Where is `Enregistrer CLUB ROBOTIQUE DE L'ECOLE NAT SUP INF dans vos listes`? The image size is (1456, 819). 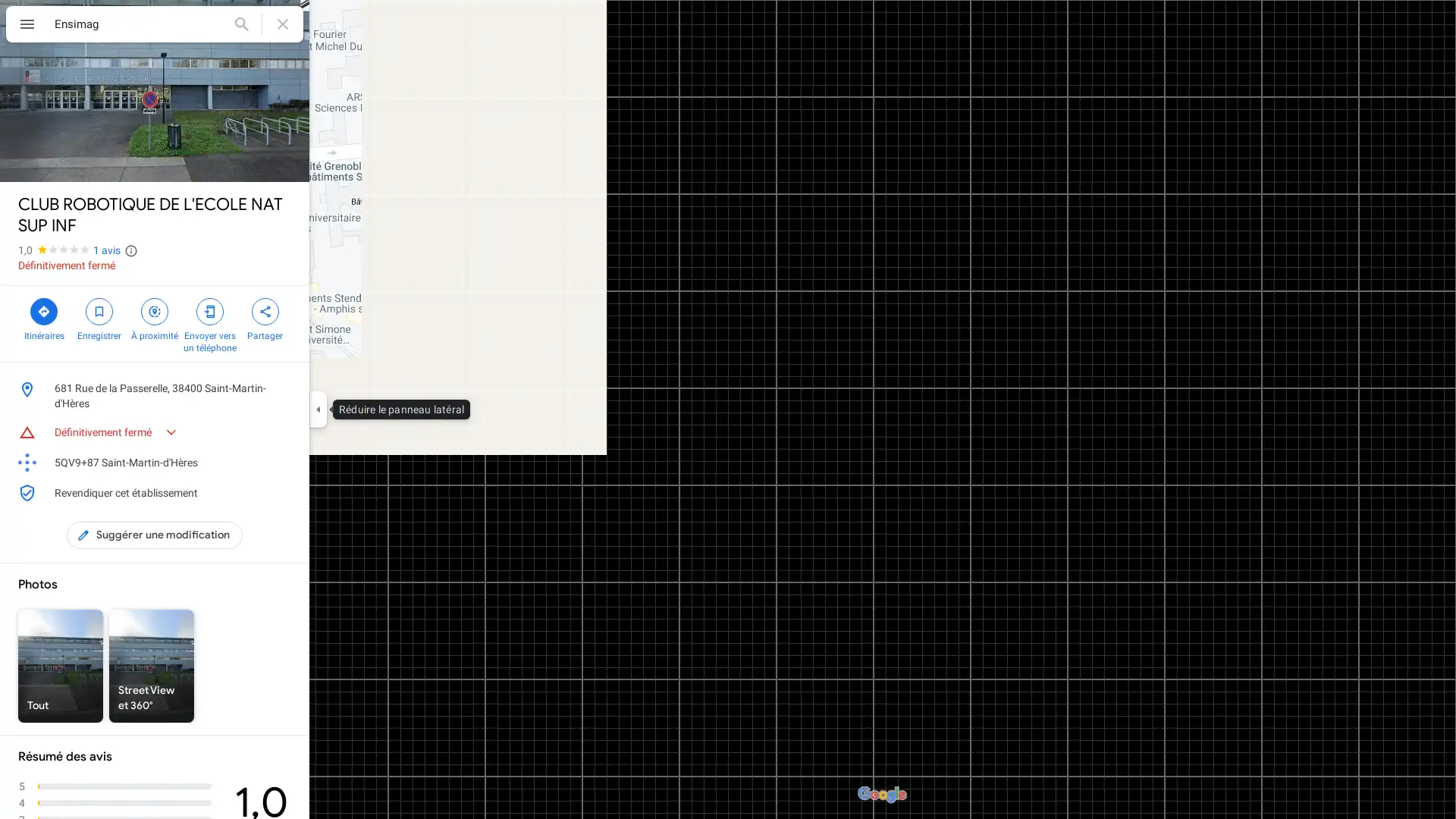
Enregistrer CLUB ROBOTIQUE DE L'ECOLE NAT SUP INF dans vos listes is located at coordinates (98, 317).